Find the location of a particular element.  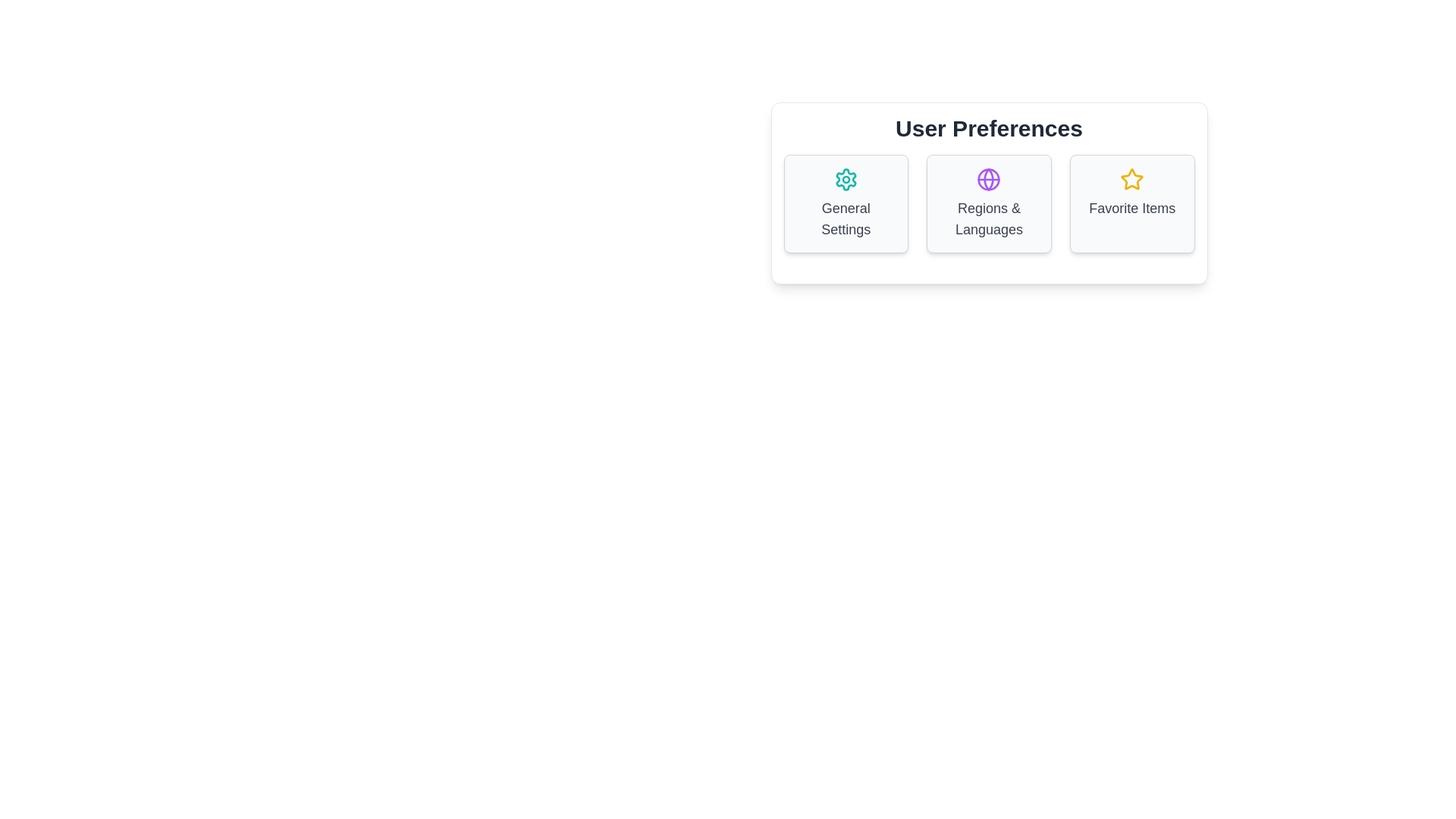

the 'Favorite Items' button to select it is located at coordinates (1132, 203).